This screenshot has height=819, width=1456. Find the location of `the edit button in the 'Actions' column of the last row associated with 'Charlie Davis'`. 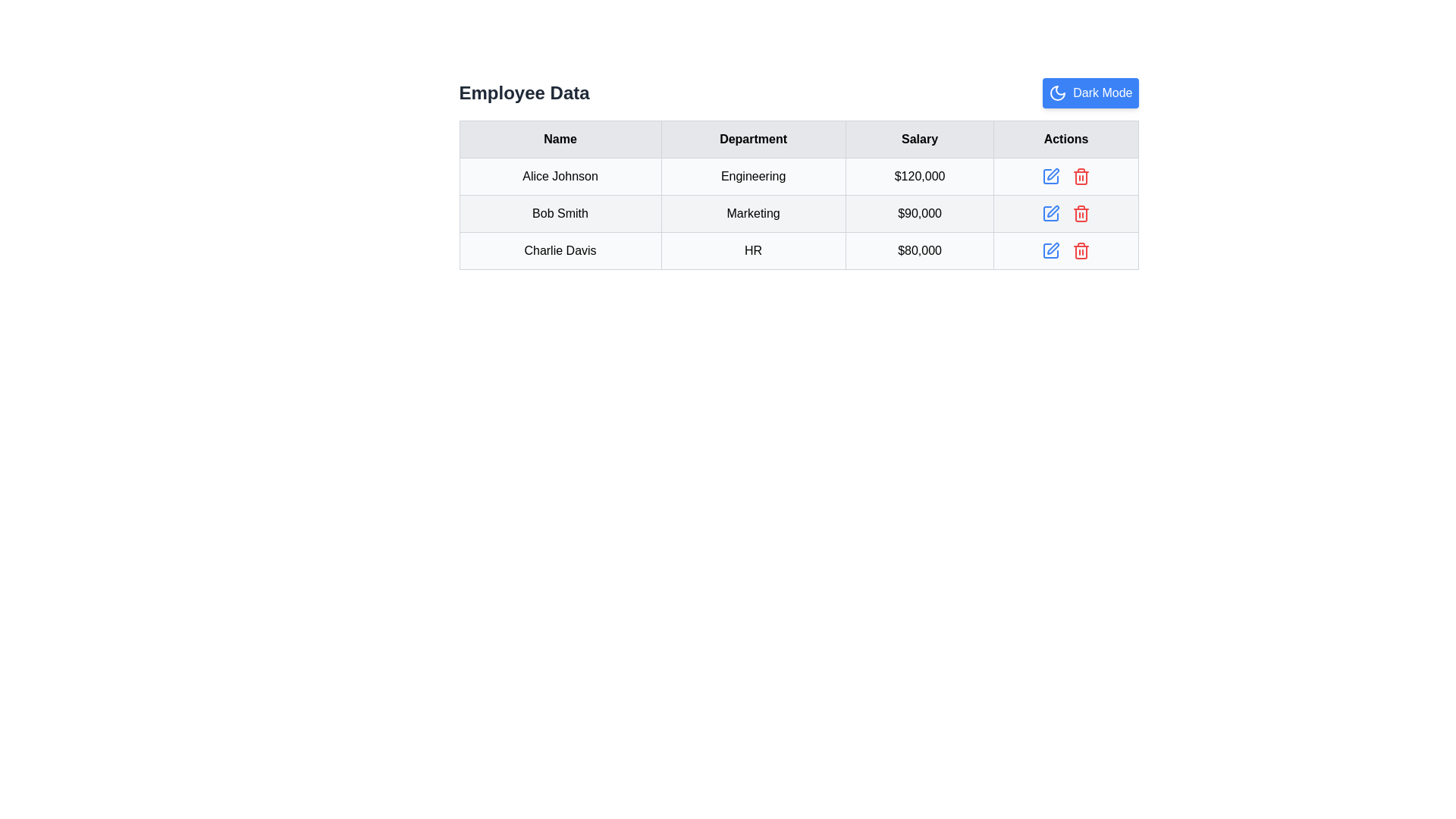

the edit button in the 'Actions' column of the last row associated with 'Charlie Davis' is located at coordinates (1050, 250).